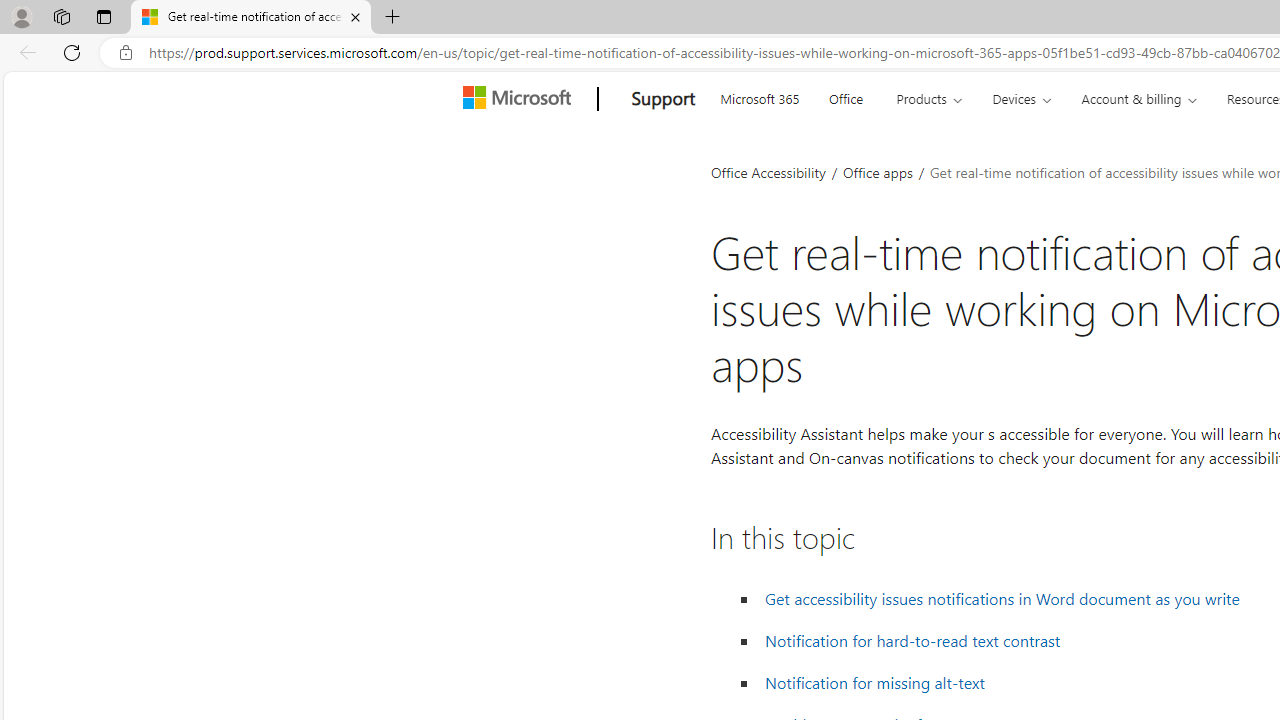 This screenshot has height=720, width=1280. What do you see at coordinates (846, 96) in the screenshot?
I see `'Office'` at bounding box center [846, 96].